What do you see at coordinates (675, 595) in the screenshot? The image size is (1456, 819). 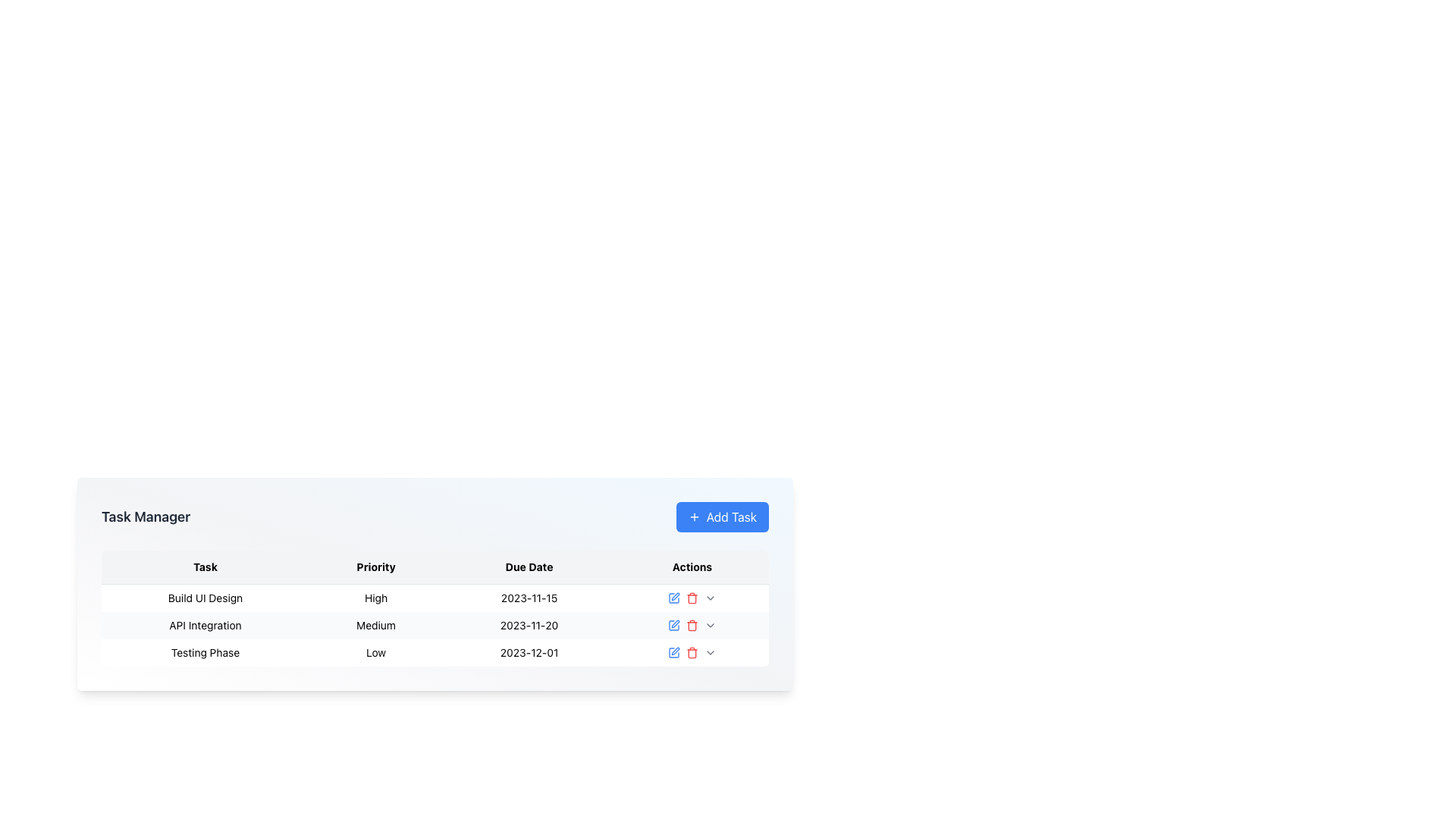 I see `the edit icon located in the 'Actions' column next to the 'Build UI Design' row` at bounding box center [675, 595].